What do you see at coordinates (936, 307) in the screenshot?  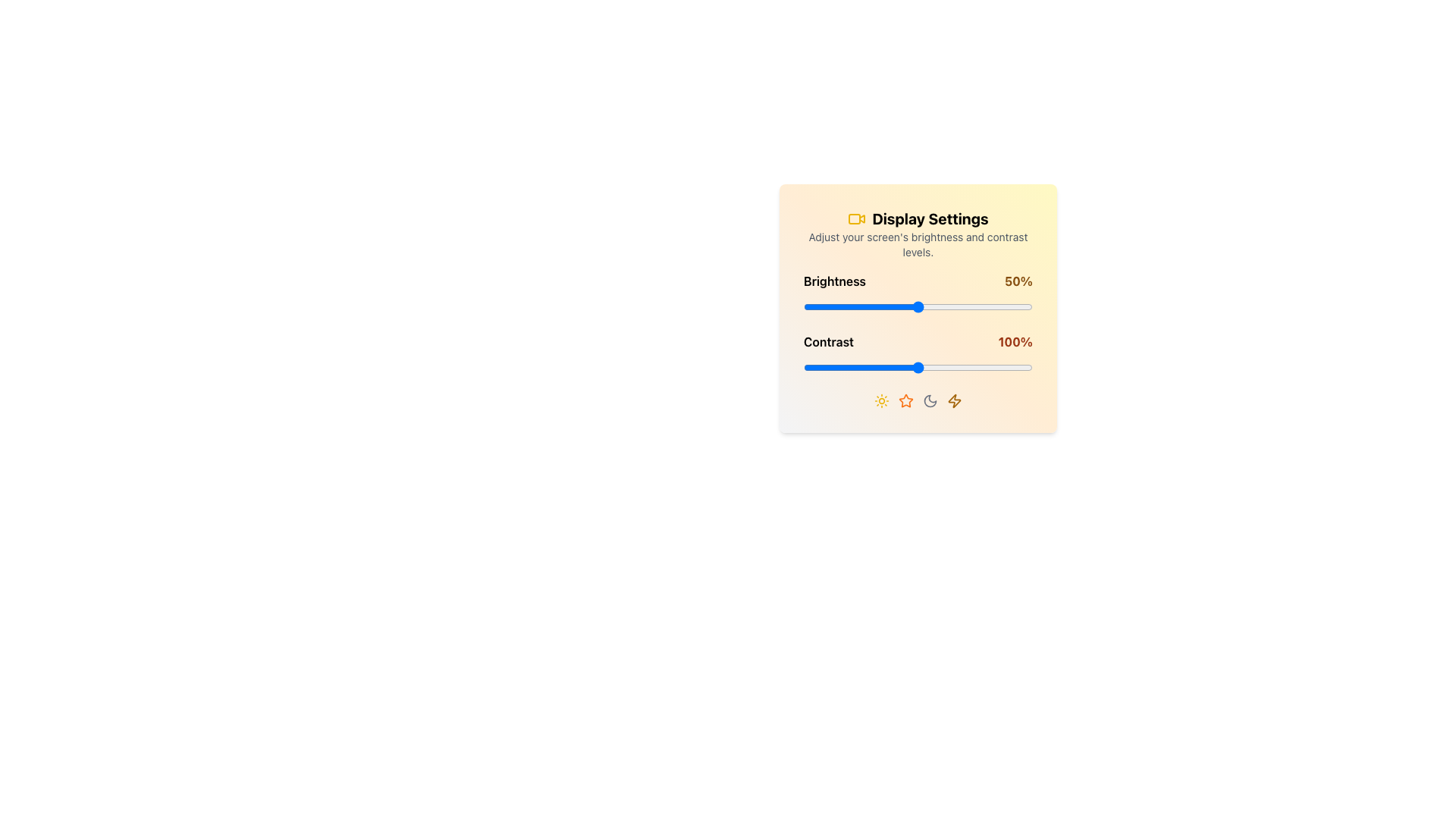 I see `brightness` at bounding box center [936, 307].